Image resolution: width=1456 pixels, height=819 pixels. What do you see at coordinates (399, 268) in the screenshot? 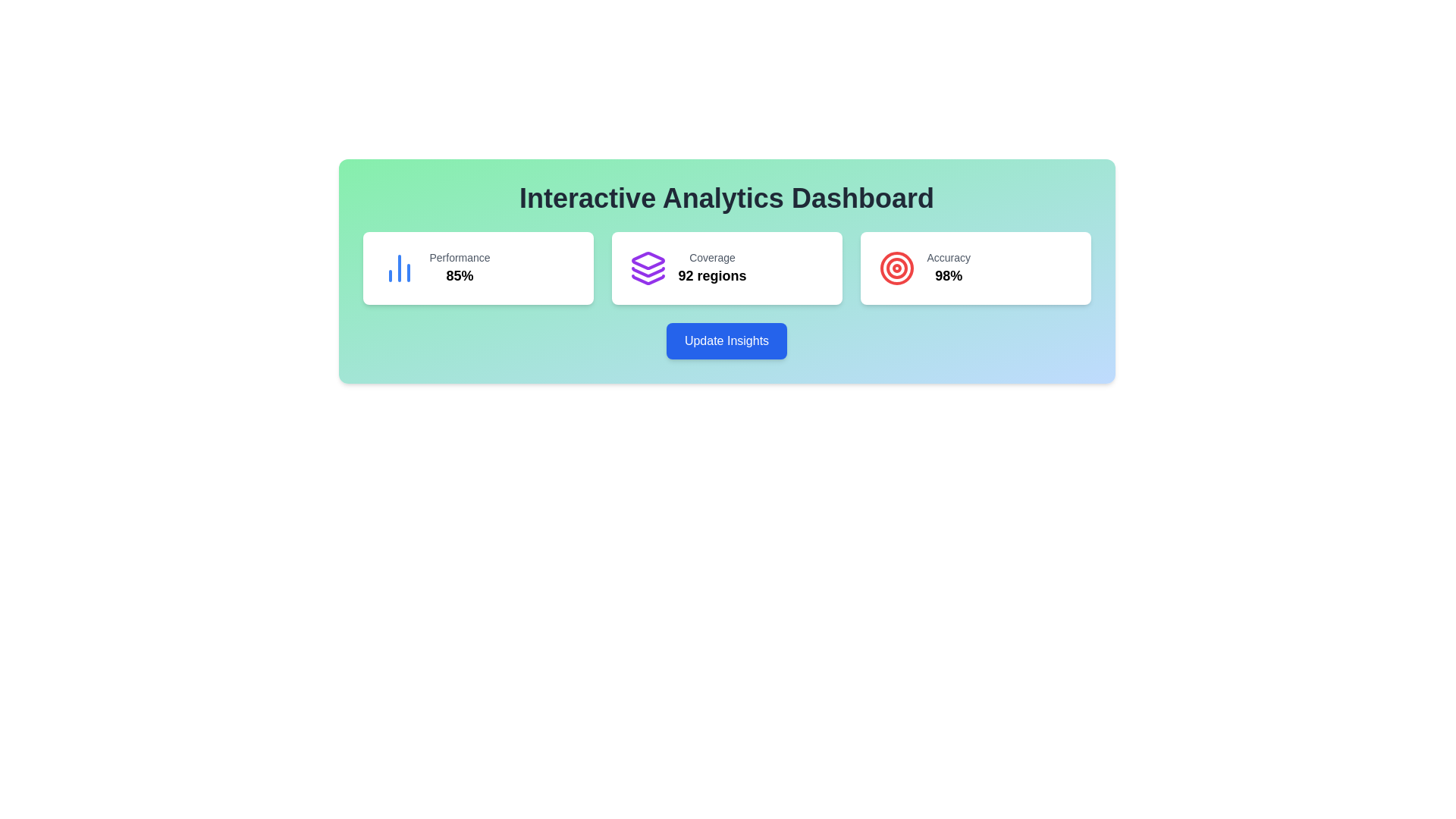
I see `the Icon (SVG chart graphic) displaying a miniature bar chart with three vertical bars styled in blue, located within the leftmost card labeled 'Performance' and '85%'` at bounding box center [399, 268].